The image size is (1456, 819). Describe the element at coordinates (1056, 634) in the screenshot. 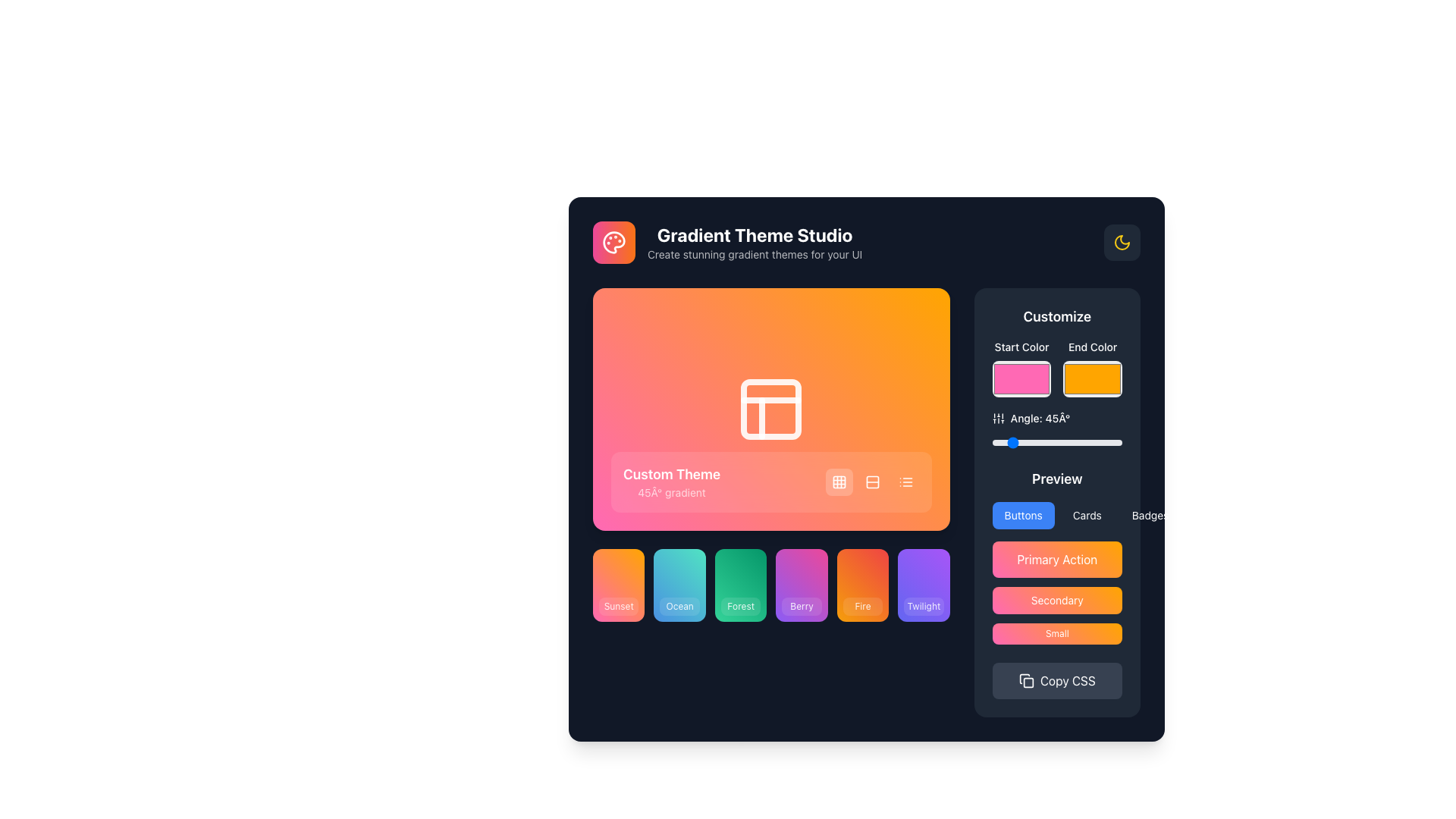

I see `the 'Small' button, which is a compact rectangular button with a gradient background from pink to orange, located in the 'Preview' panel on the right side of the interface` at that location.